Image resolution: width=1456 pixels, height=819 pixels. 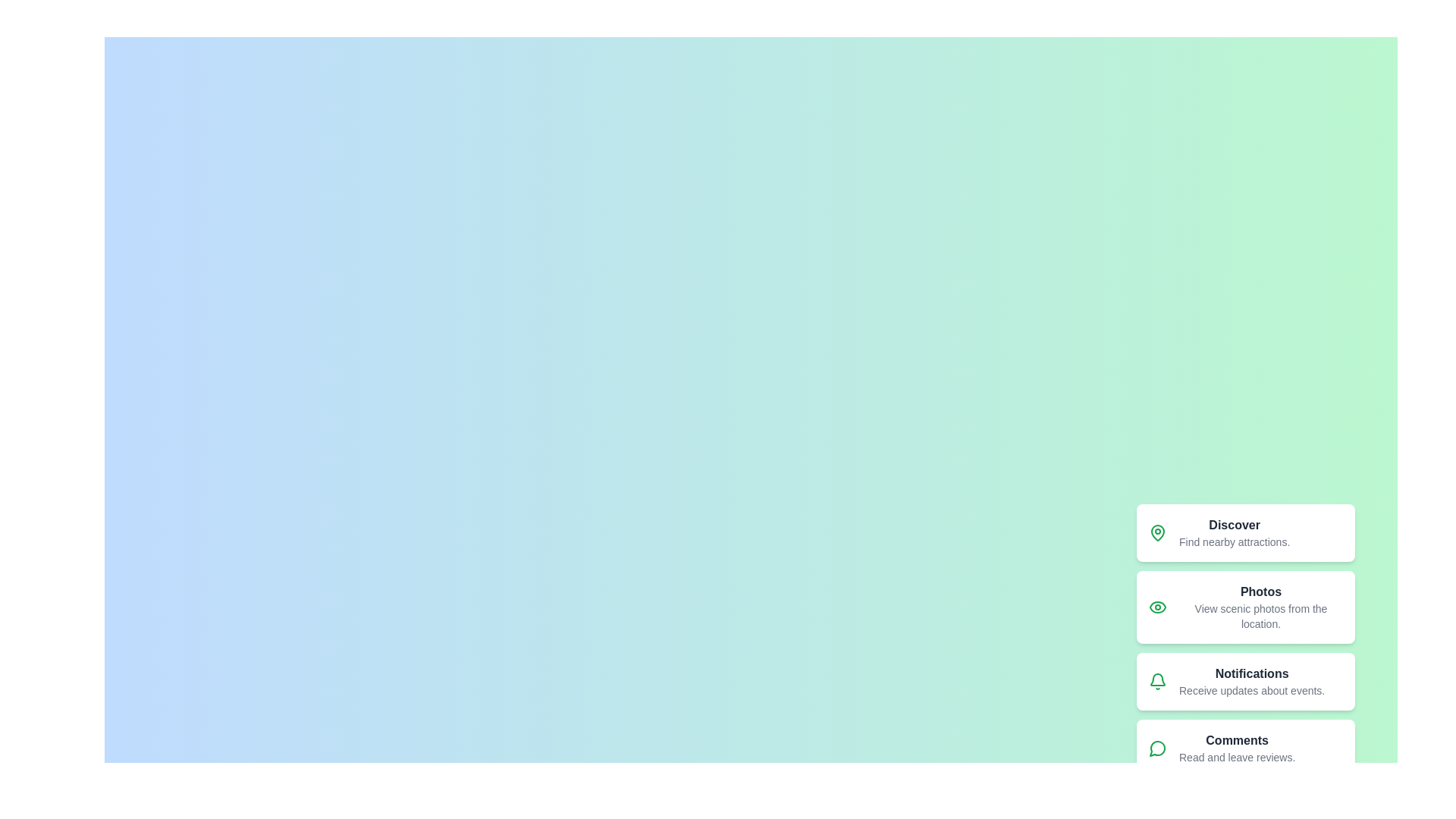 What do you see at coordinates (1245, 532) in the screenshot?
I see `the menu item labeled Discover from the speed dial menu` at bounding box center [1245, 532].